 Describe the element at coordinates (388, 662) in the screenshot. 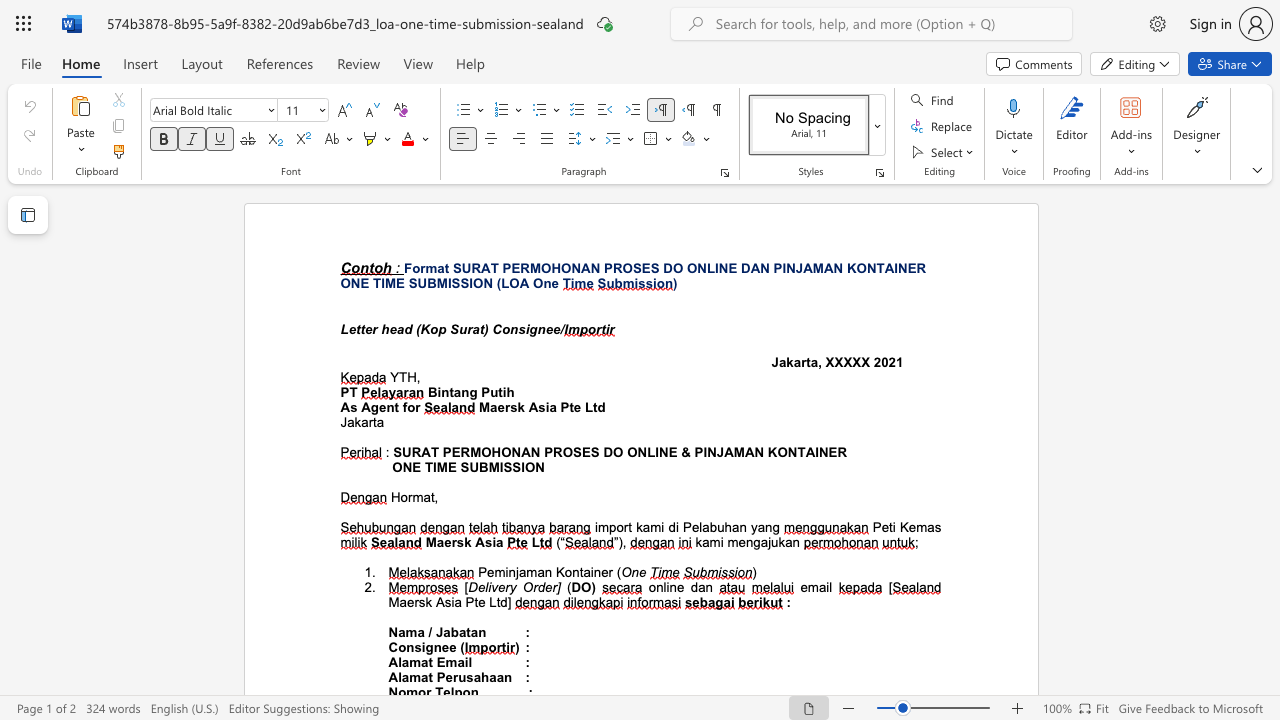

I see `the subset text "Alamat E" within the text "Alamat Email"` at that location.